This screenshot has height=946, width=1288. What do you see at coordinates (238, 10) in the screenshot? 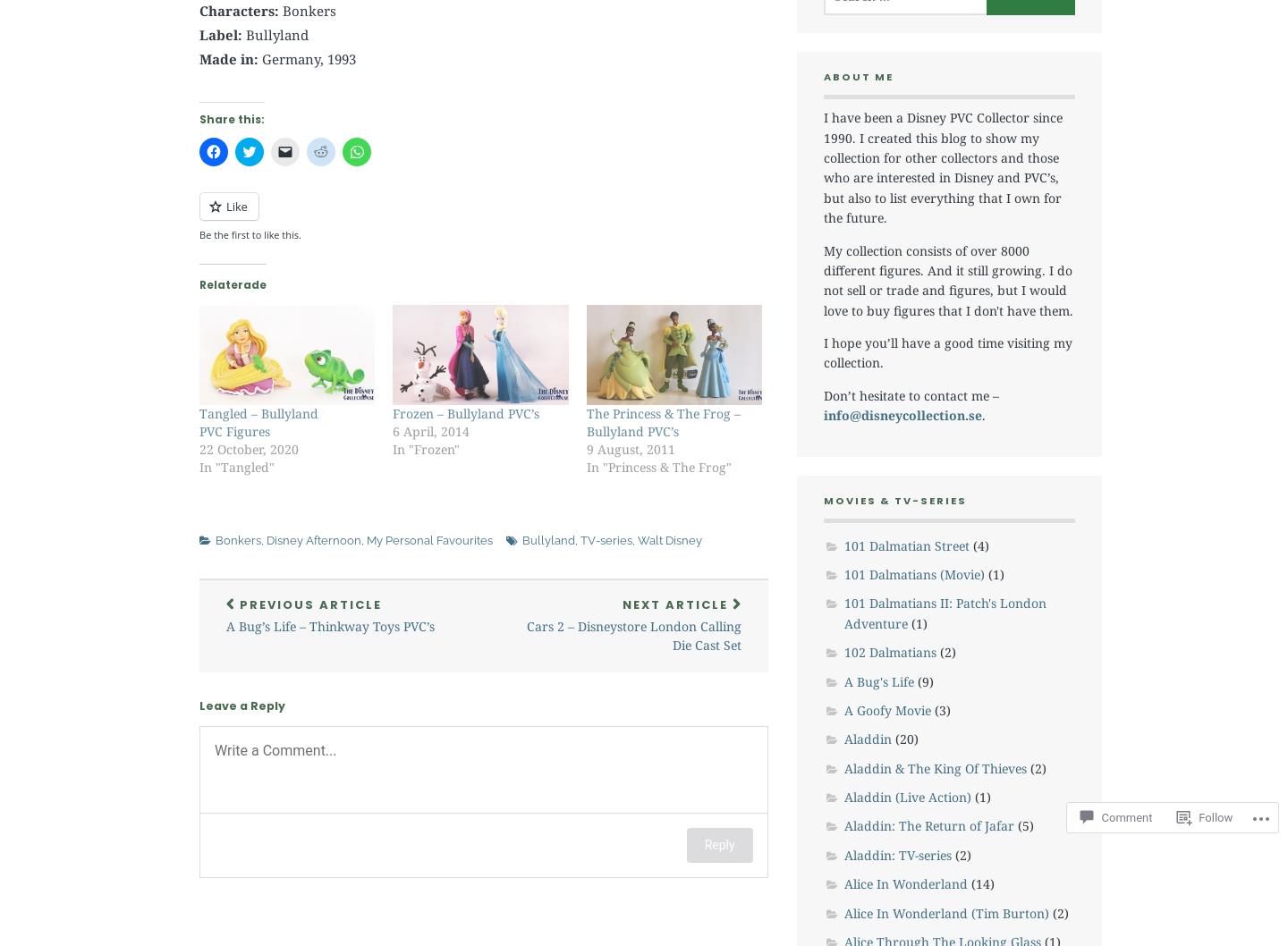
I see `'Characters:'` at bounding box center [238, 10].